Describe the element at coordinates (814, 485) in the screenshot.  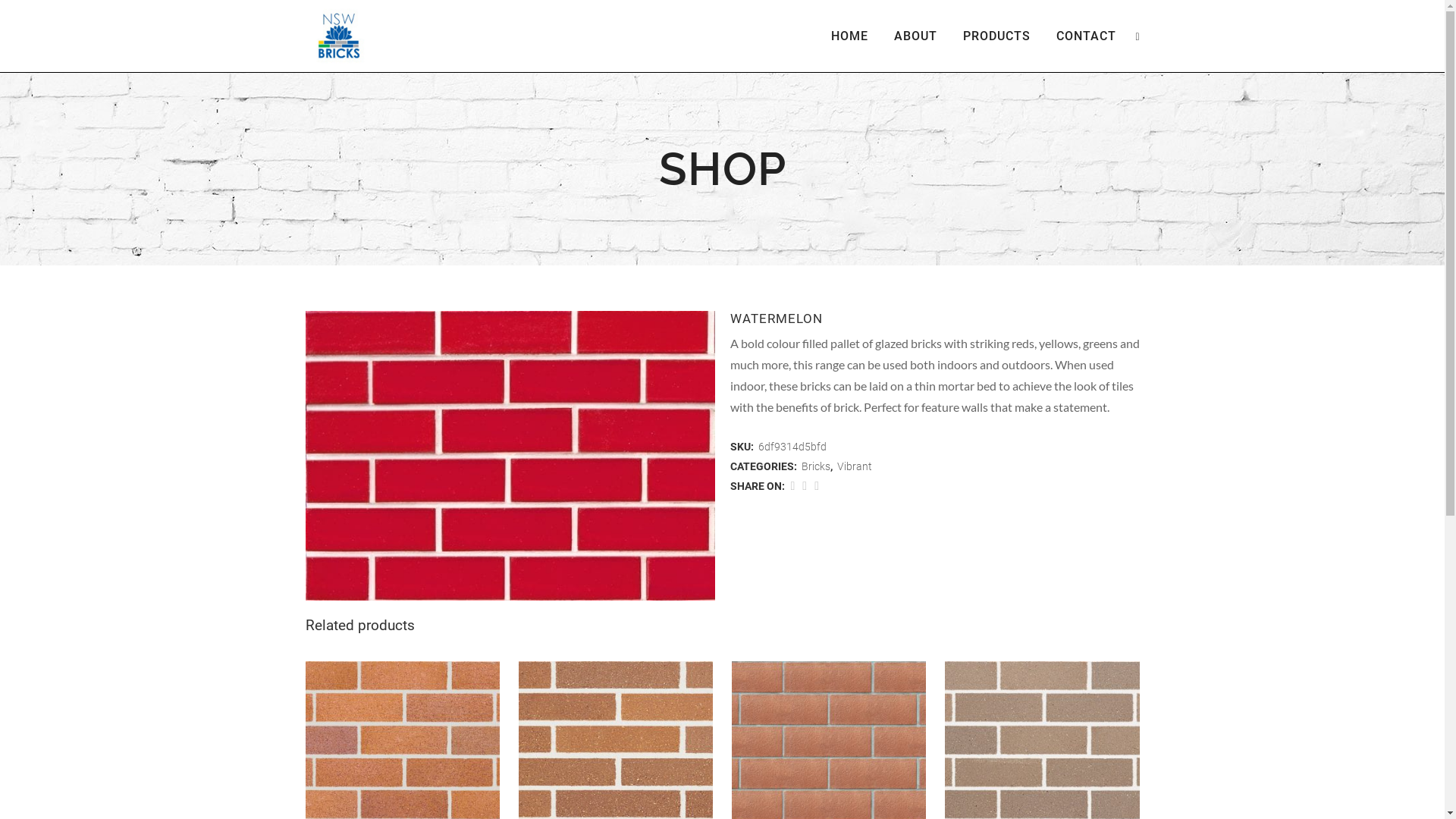
I see `'Share on Google+'` at that location.